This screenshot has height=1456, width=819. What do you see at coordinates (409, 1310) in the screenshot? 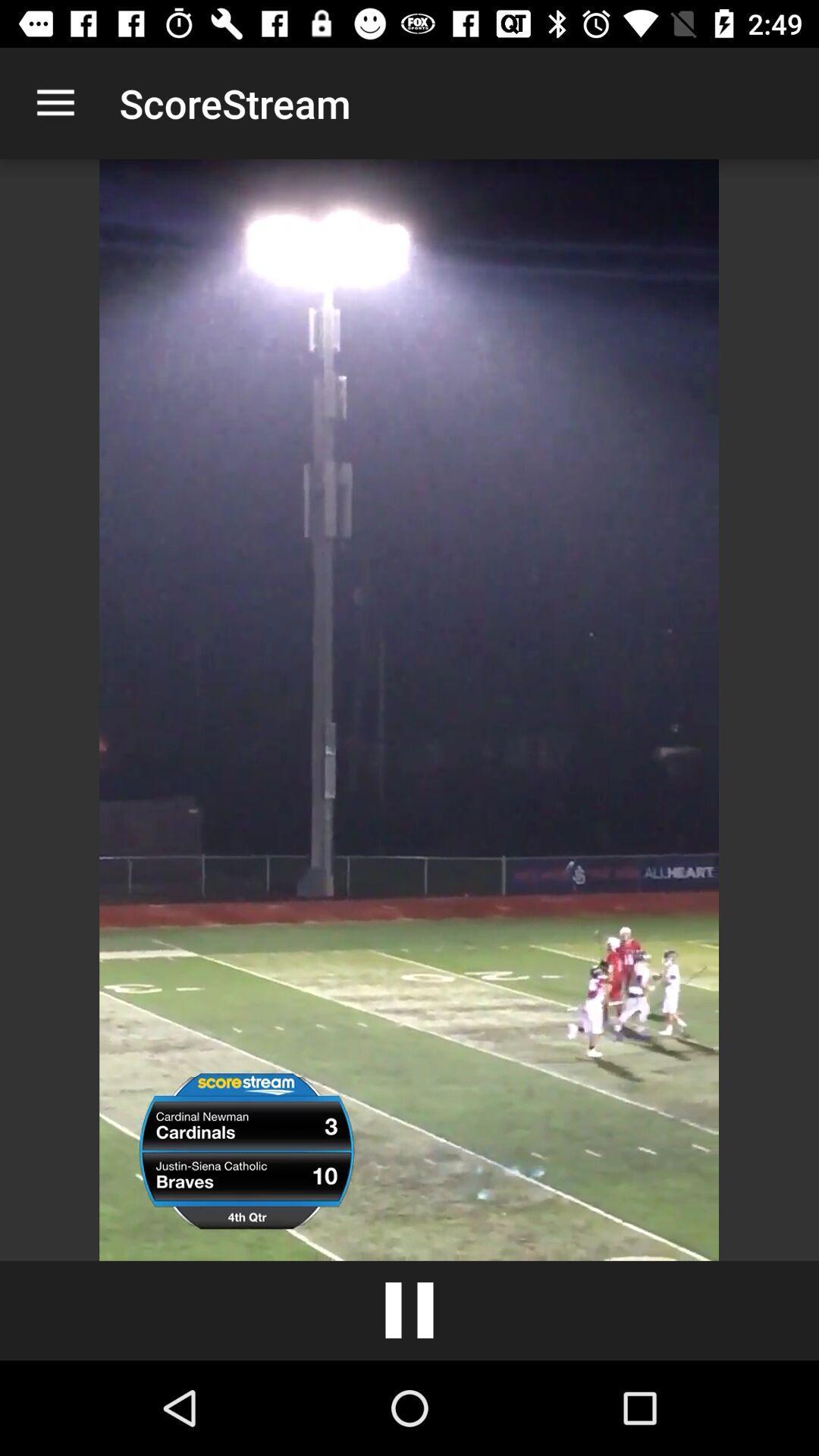
I see `pause` at bounding box center [409, 1310].